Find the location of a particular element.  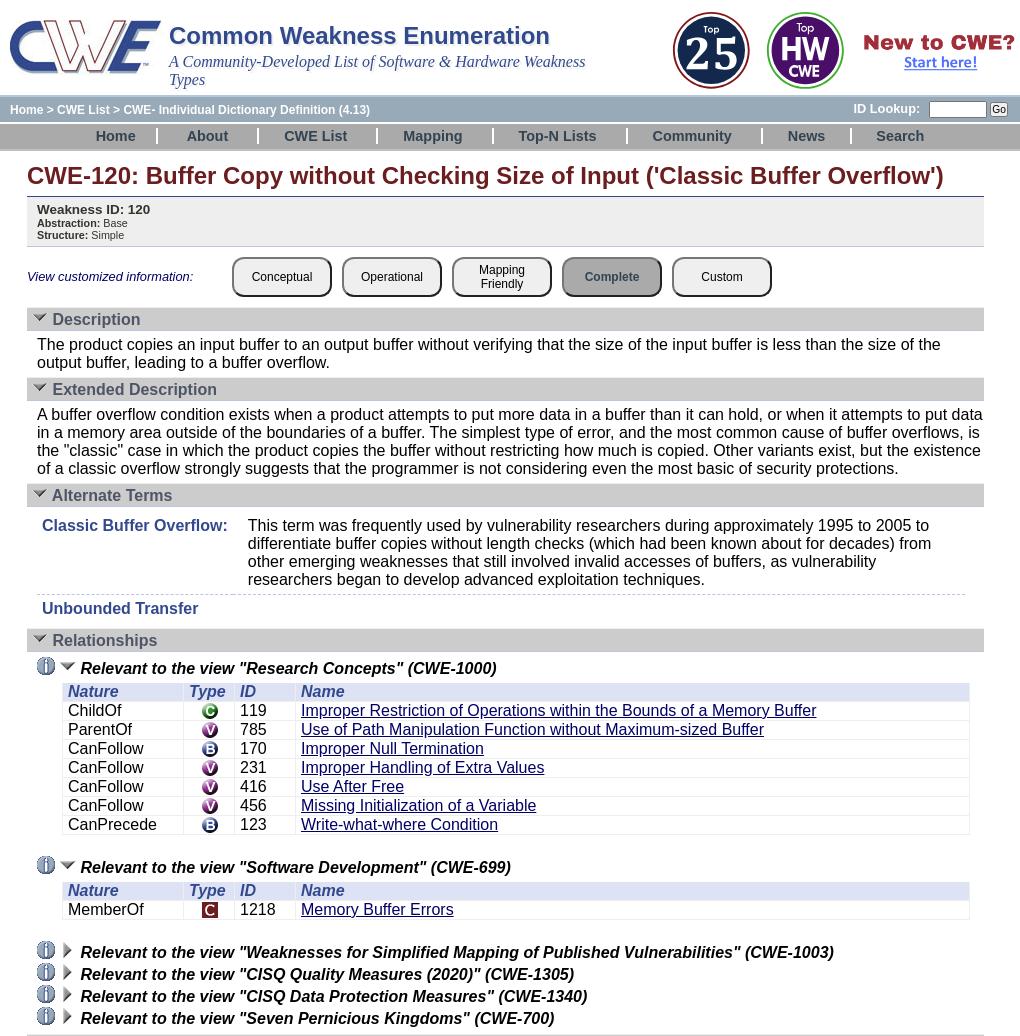

'Structure:' is located at coordinates (63, 234).